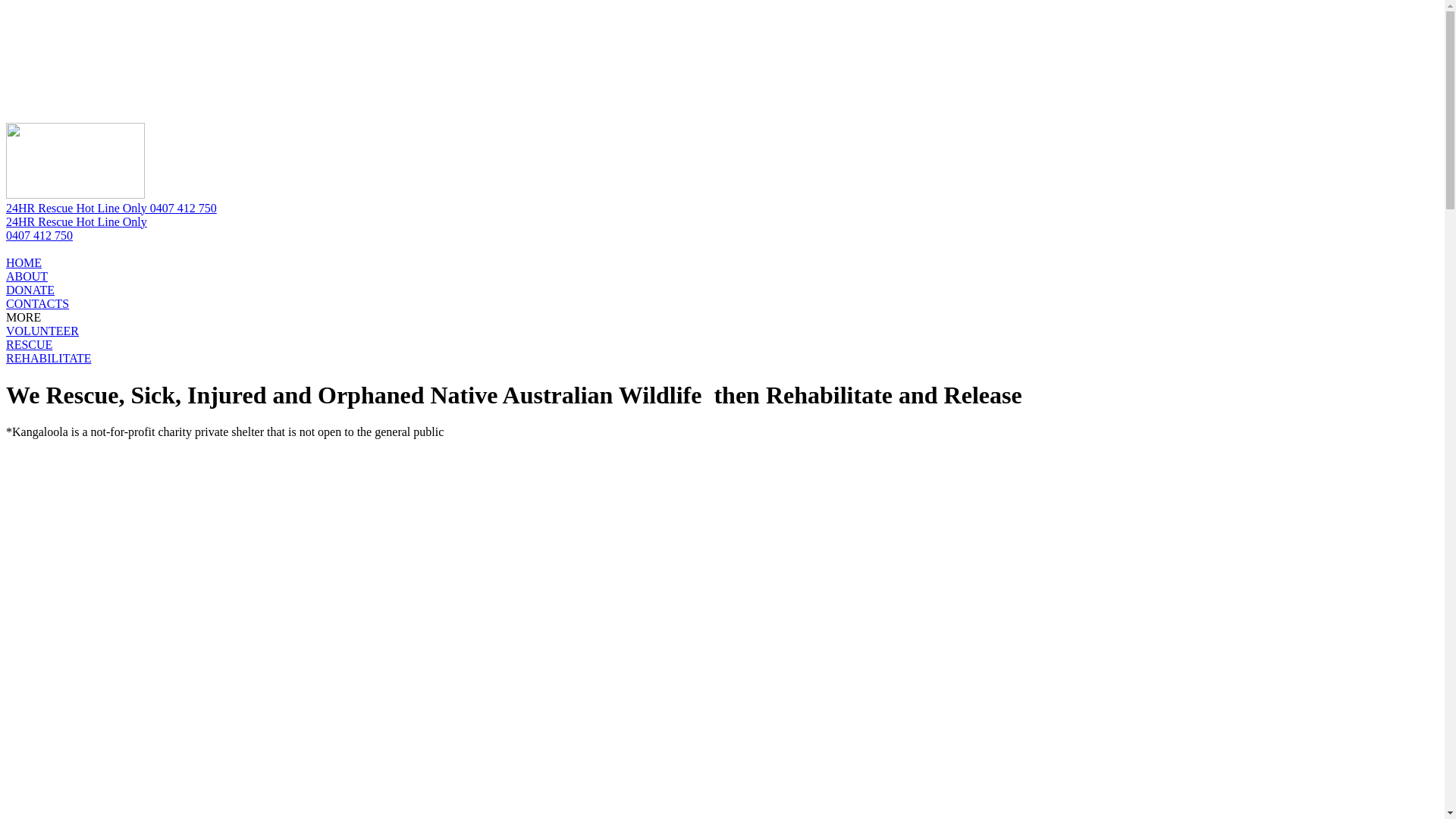 This screenshot has width=1456, height=819. Describe the element at coordinates (6, 330) in the screenshot. I see `'VOLUNTEER'` at that location.